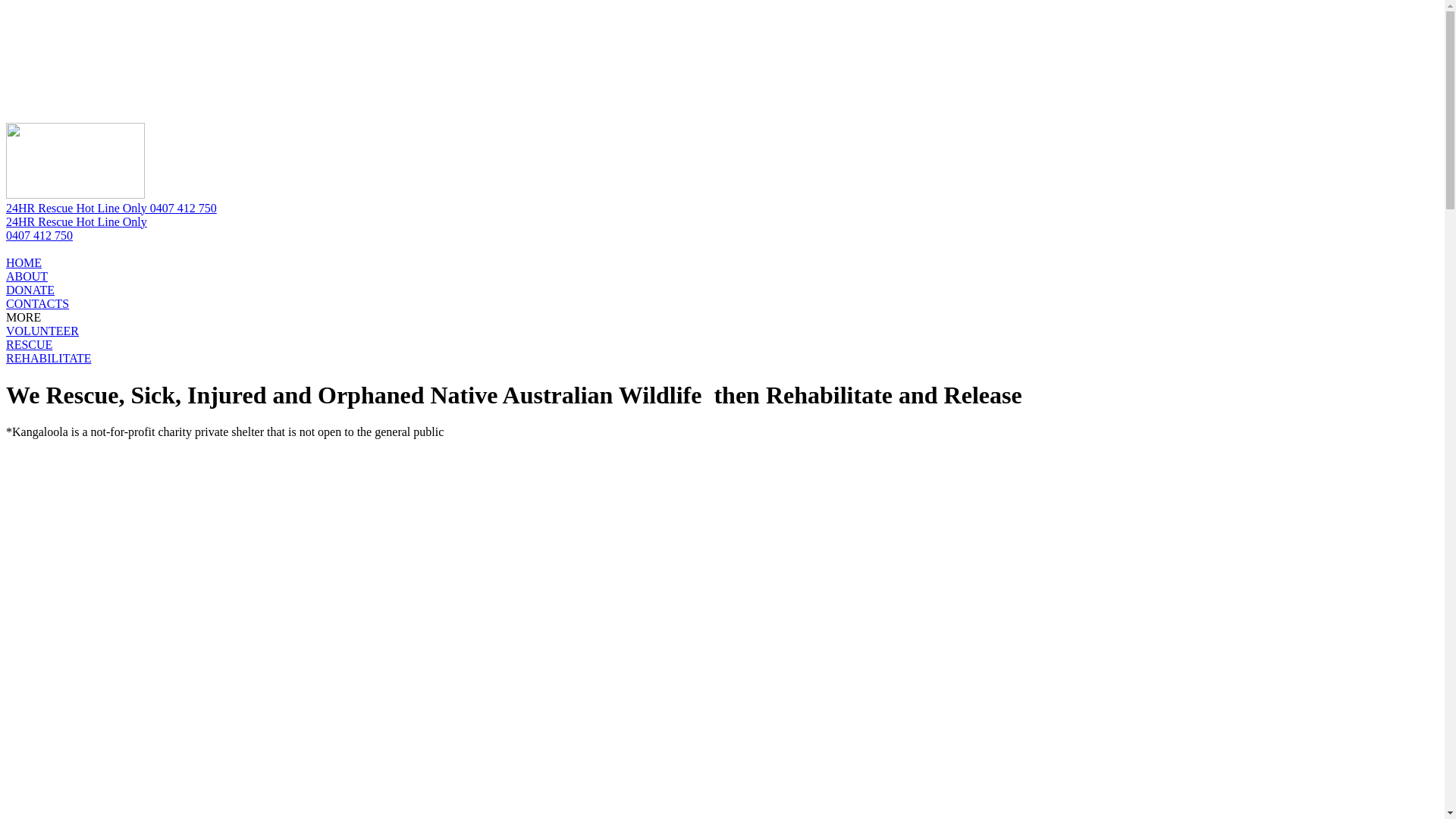 This screenshot has width=1456, height=819. Describe the element at coordinates (6, 330) in the screenshot. I see `'VOLUNTEER'` at that location.